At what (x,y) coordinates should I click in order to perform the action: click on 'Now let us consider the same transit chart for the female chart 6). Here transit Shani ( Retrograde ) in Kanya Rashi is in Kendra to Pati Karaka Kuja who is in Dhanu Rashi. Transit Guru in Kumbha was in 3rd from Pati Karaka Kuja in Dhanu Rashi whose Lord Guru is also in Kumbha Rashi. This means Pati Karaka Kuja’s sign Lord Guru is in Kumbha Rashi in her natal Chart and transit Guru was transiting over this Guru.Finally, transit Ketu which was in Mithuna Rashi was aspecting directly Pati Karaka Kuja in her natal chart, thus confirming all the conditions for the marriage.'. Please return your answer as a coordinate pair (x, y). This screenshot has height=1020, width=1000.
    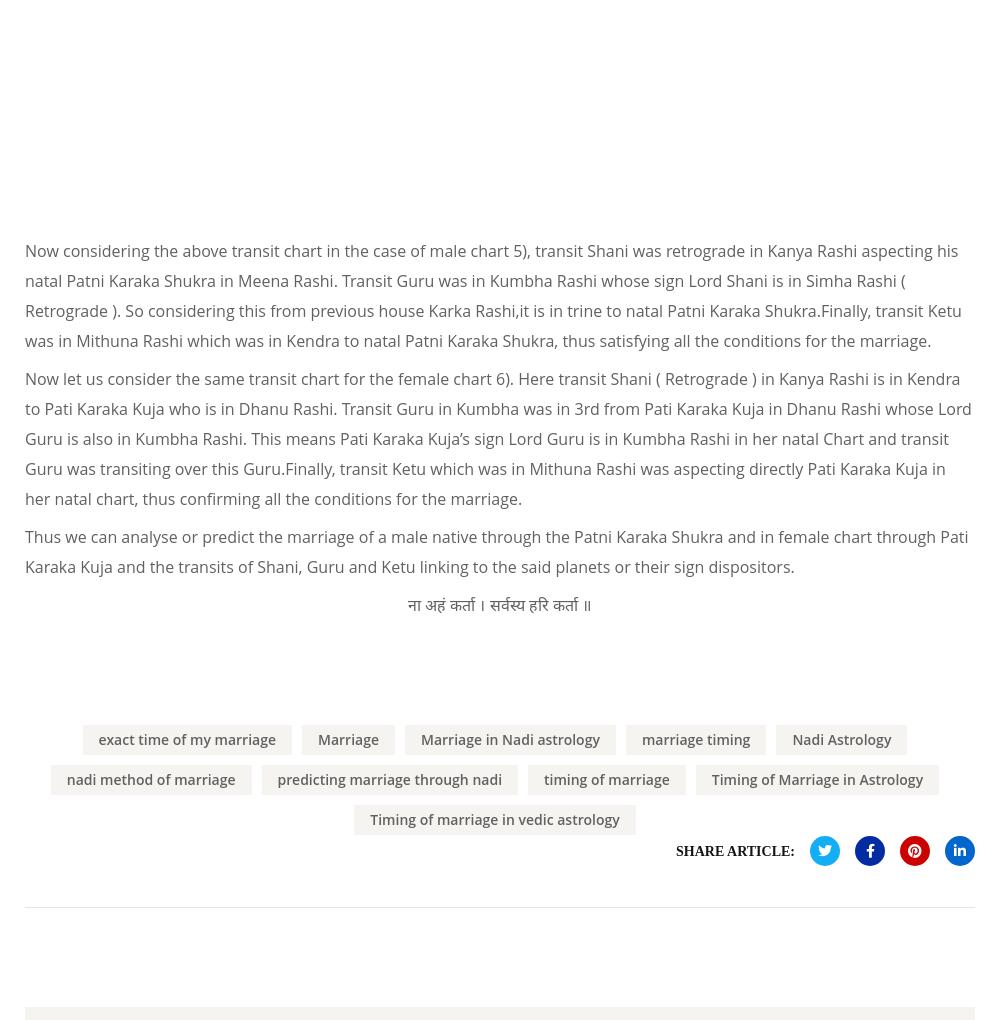
    Looking at the image, I should click on (497, 436).